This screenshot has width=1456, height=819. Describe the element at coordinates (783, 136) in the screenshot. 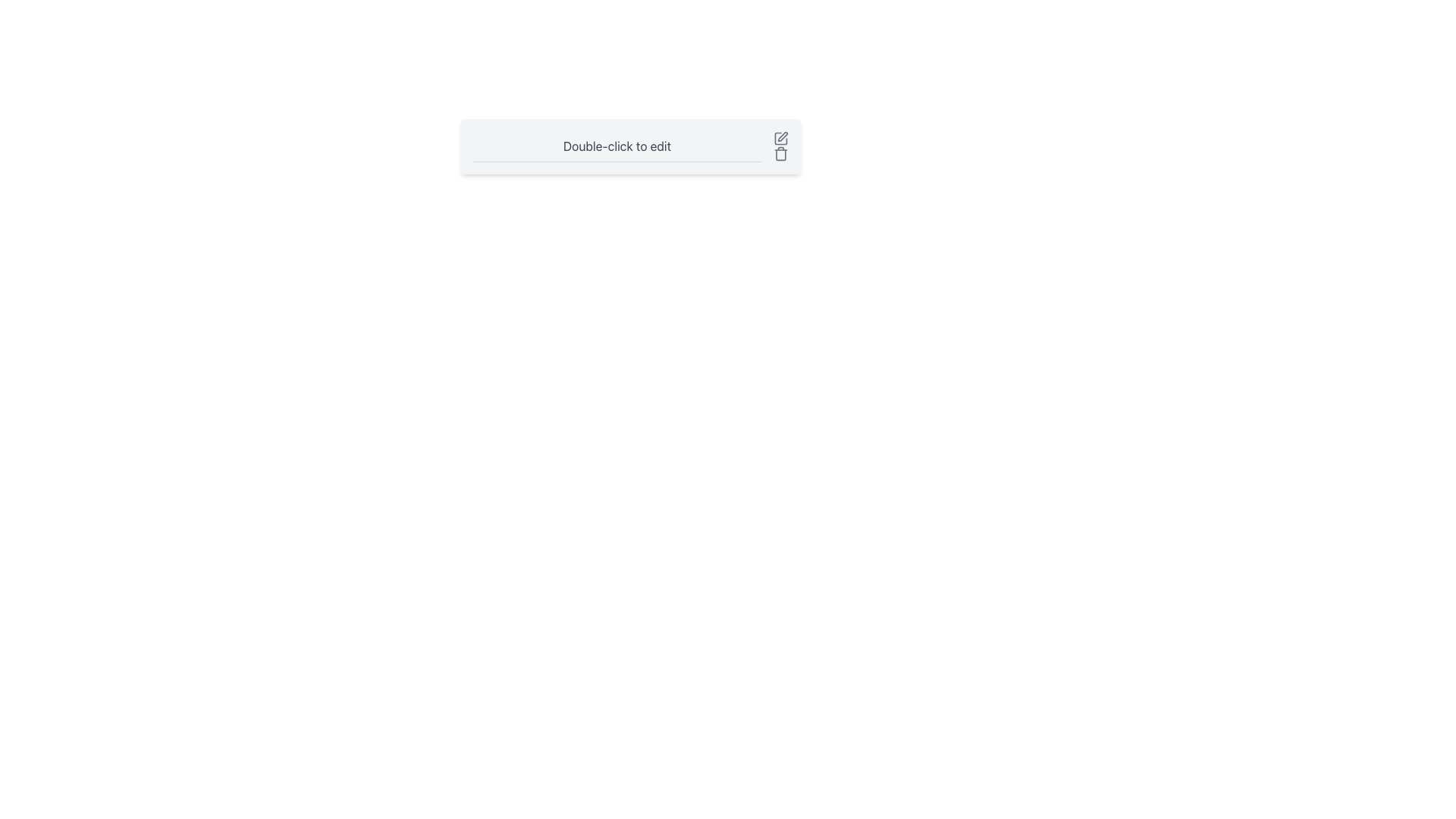

I see `the pen icon located in the top-right corner of the square icon in the toolbar` at that location.